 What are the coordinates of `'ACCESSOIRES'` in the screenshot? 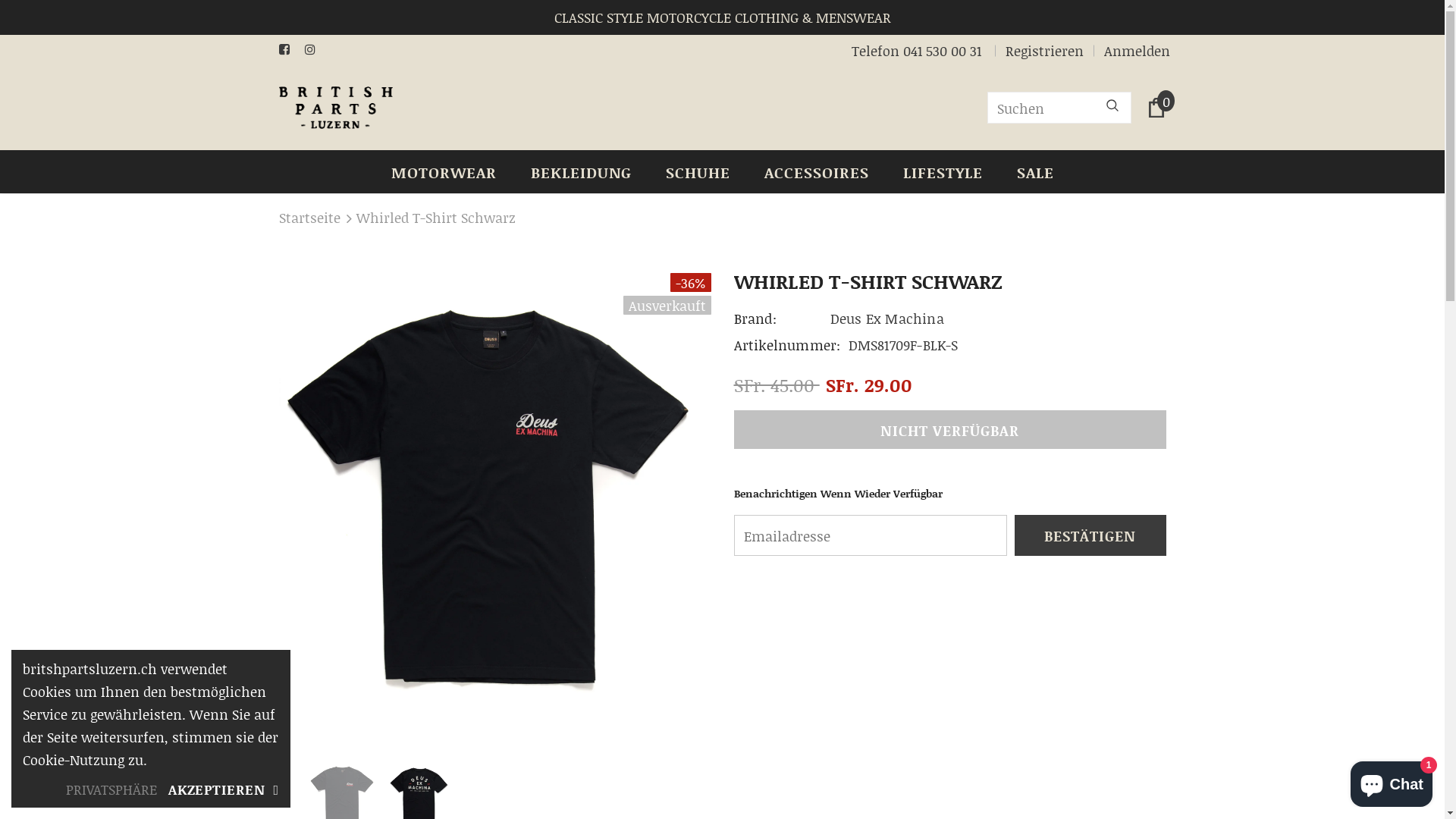 It's located at (815, 171).